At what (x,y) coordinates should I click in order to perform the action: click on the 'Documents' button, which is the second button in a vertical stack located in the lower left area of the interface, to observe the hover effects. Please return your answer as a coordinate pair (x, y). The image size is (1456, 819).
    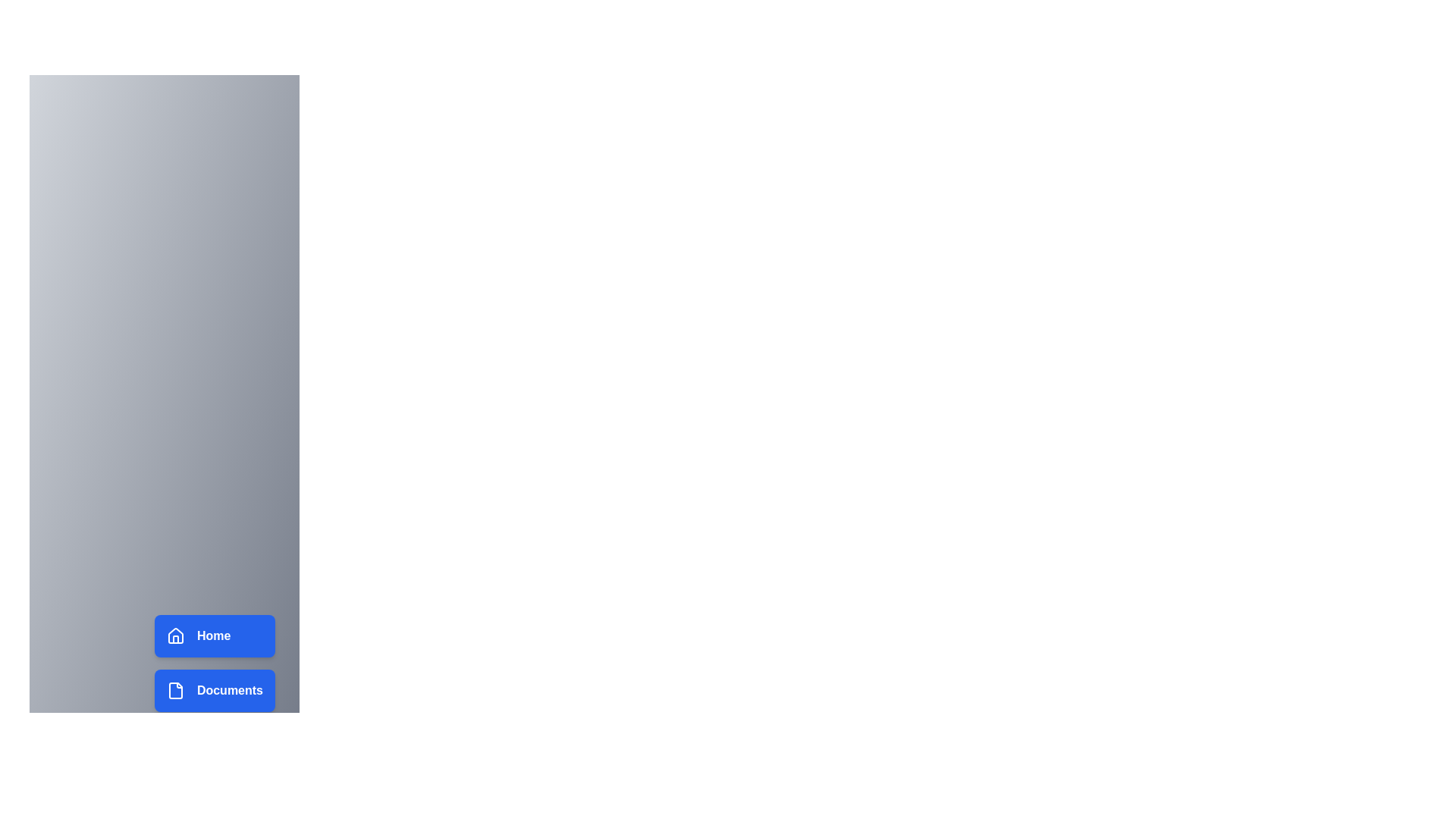
    Looking at the image, I should click on (214, 690).